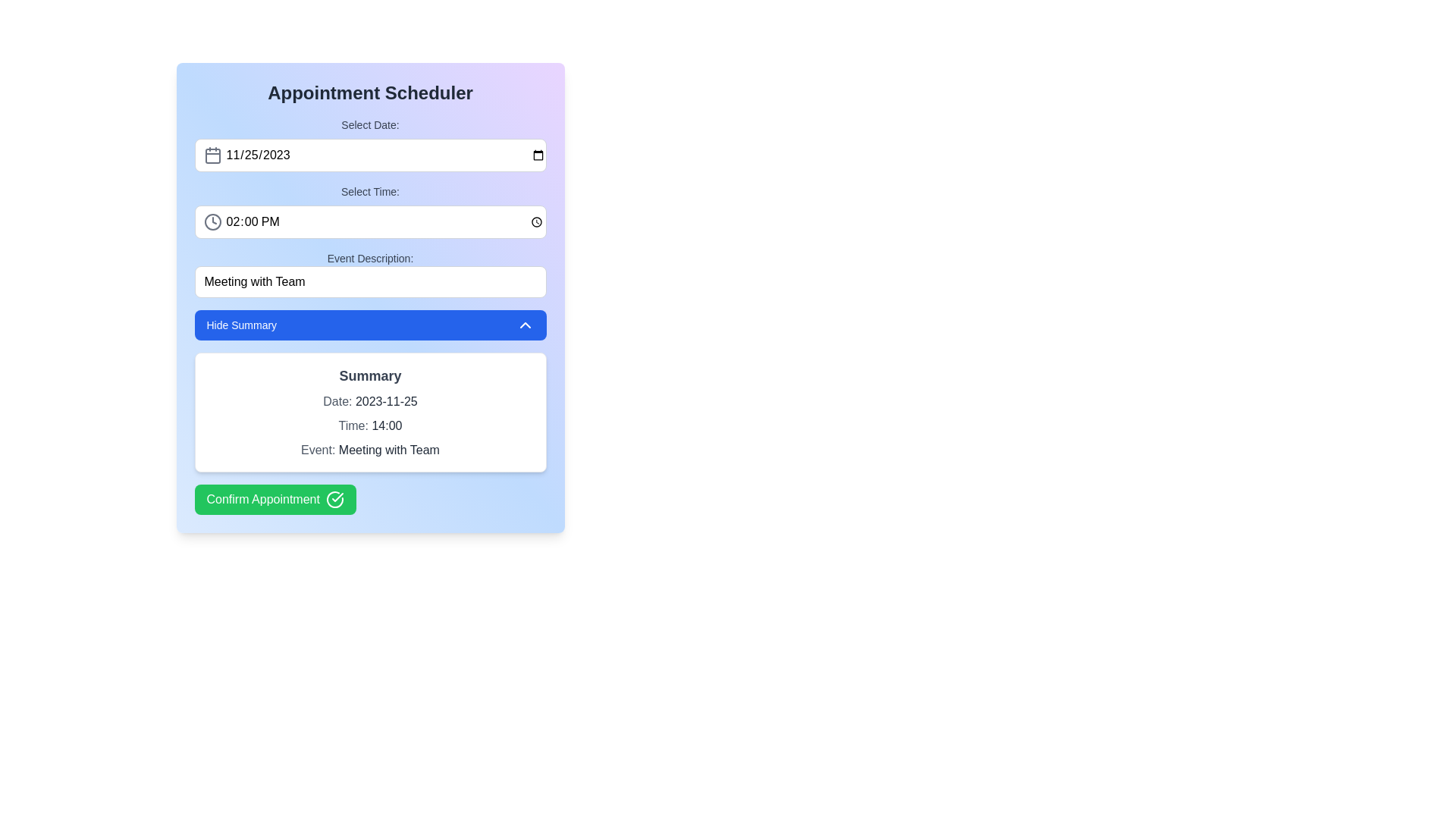 The width and height of the screenshot is (1456, 819). I want to click on the text label stating 'Event Description:' which is positioned above the input field for event description in the form, so click(370, 257).